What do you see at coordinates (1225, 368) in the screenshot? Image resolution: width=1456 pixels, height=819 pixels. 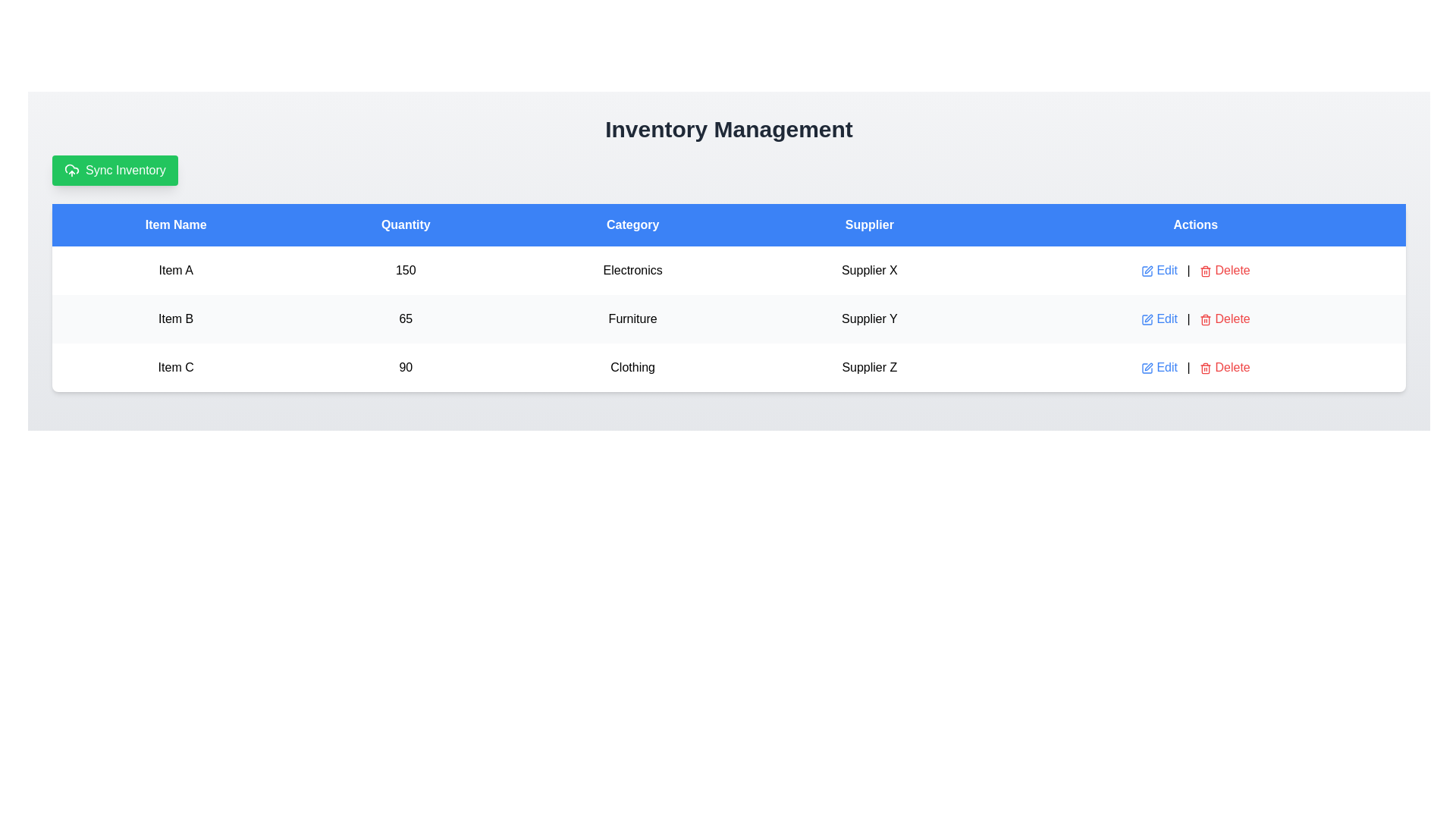 I see `the red 'Delete' link with a trash icon located in the 'Actions' column, positioned to the right of the 'Edit' link for 'Item C'` at bounding box center [1225, 368].